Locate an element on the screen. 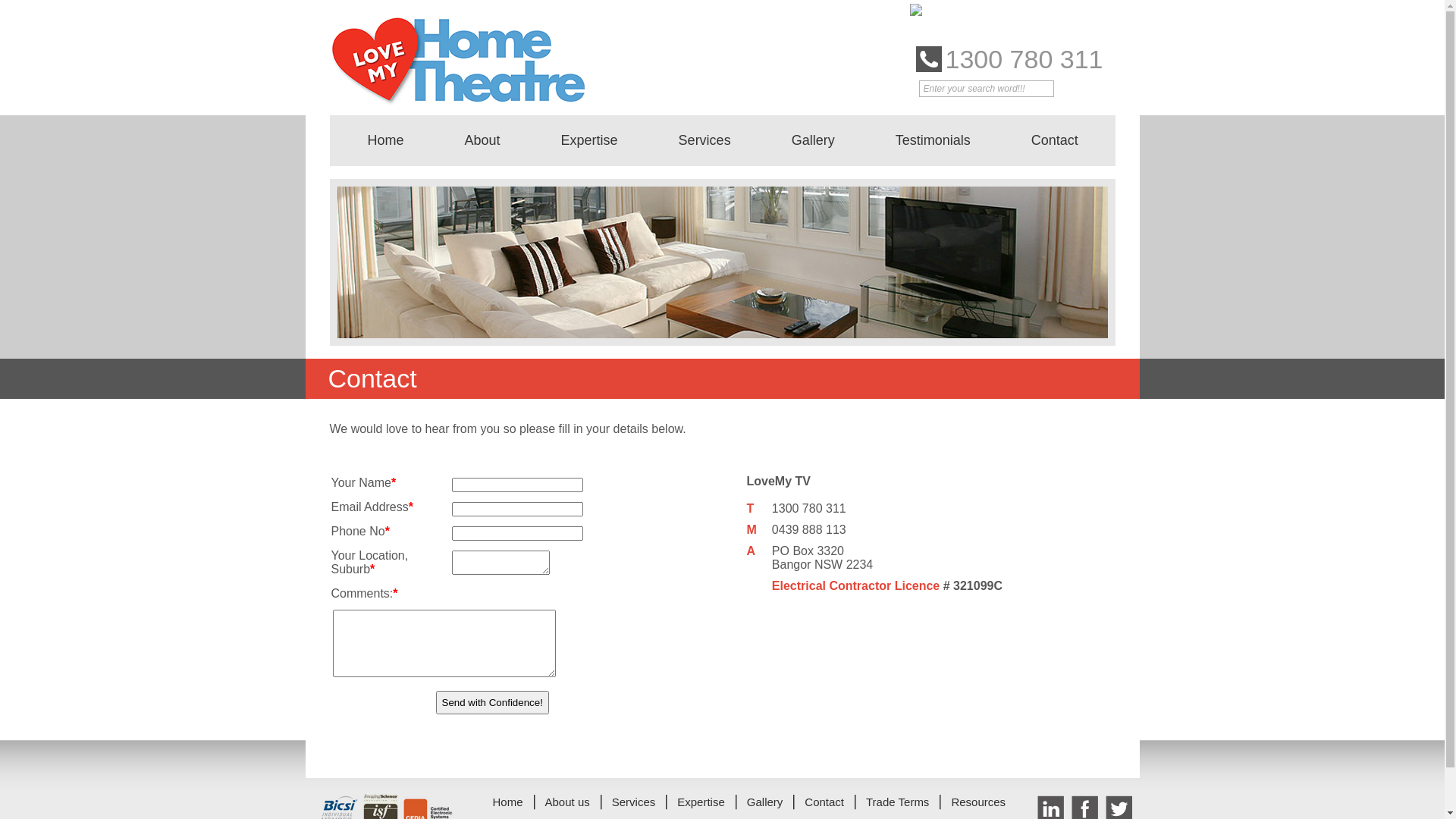  'About us' is located at coordinates (566, 801).